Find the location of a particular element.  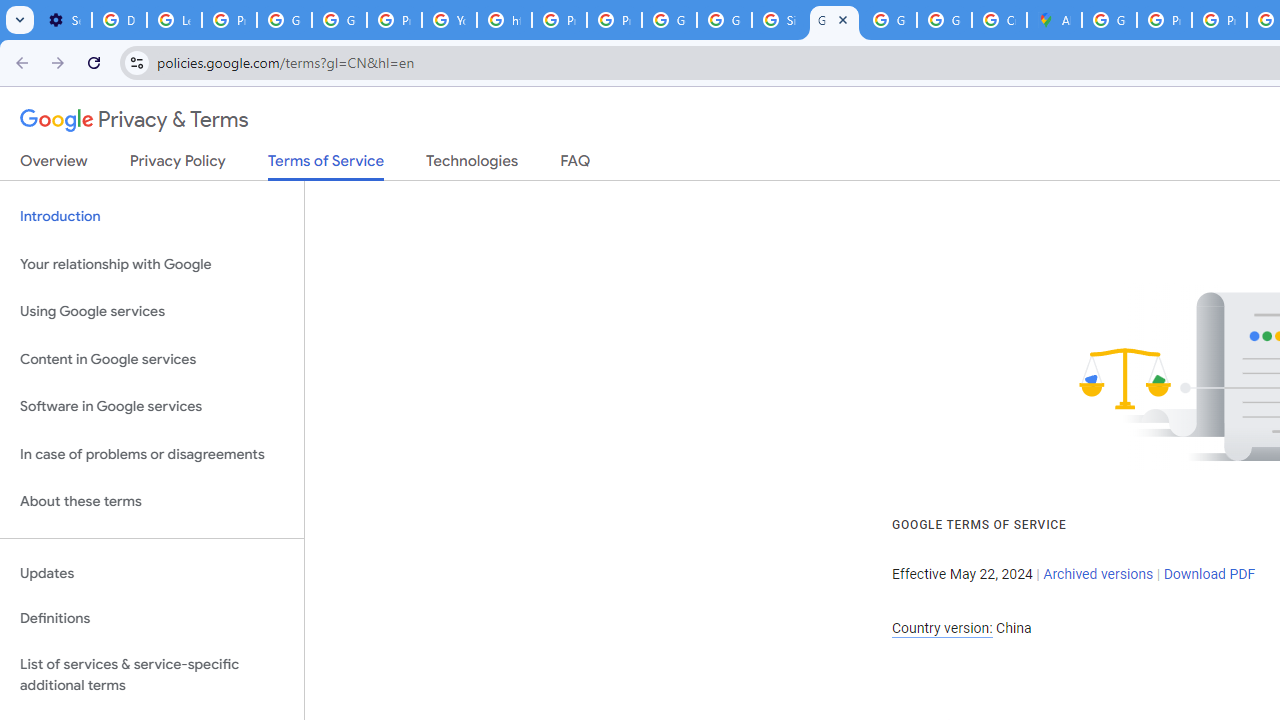

'In case of problems or disagreements' is located at coordinates (151, 454).